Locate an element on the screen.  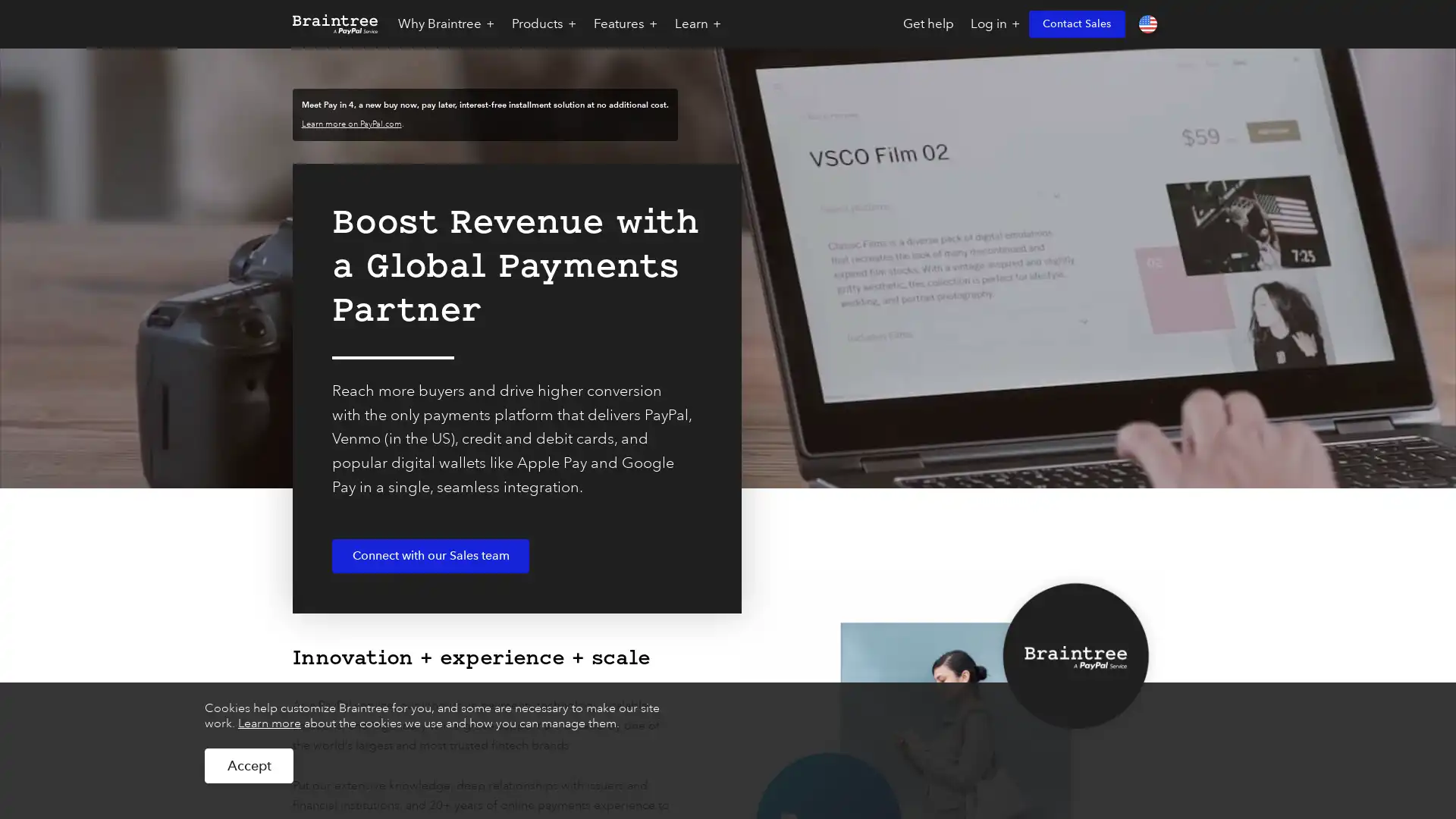
enter full screen is located at coordinates (1371, 610).